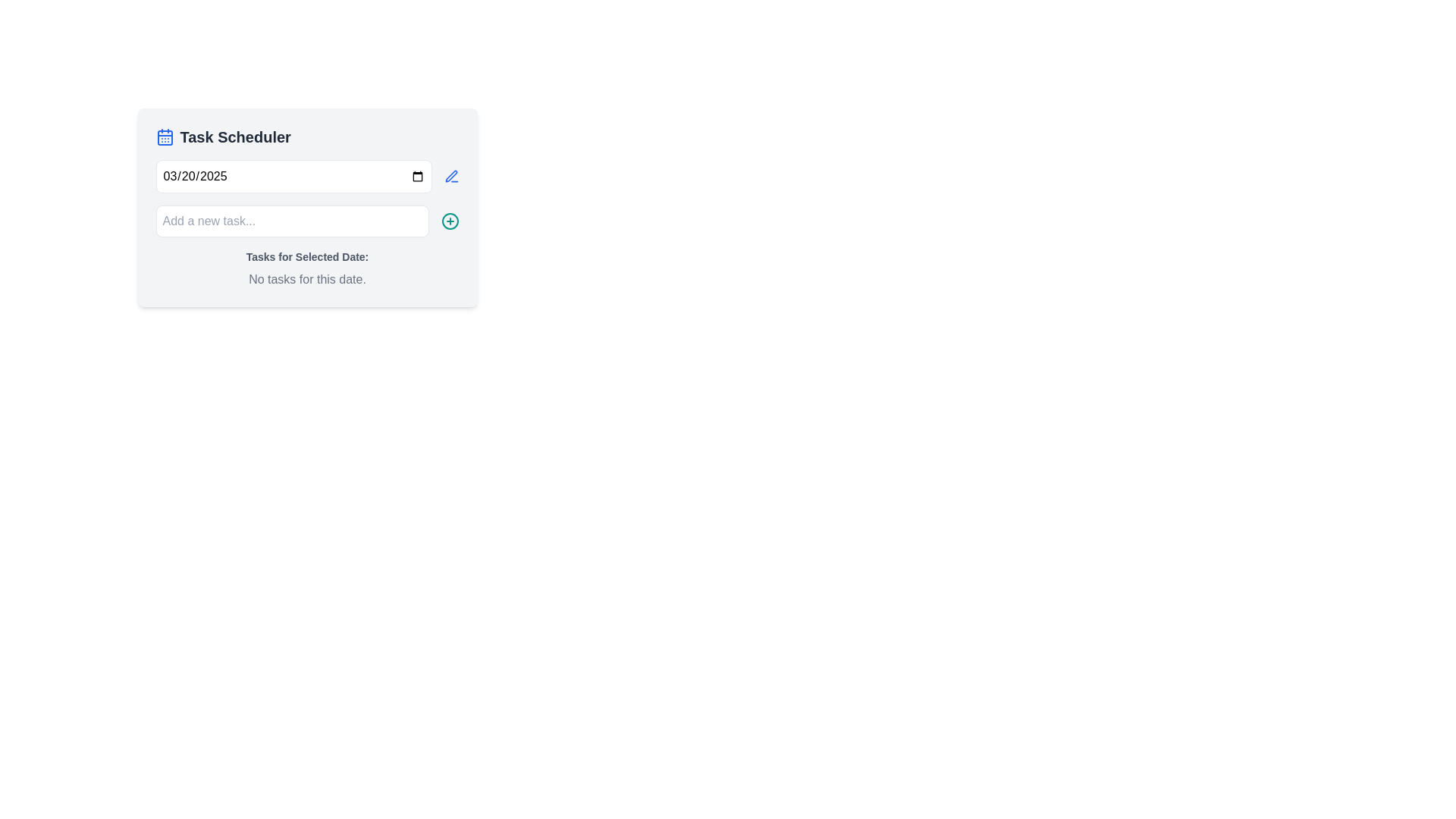 Image resolution: width=1456 pixels, height=819 pixels. What do you see at coordinates (306, 175) in the screenshot?
I see `the date-picker input field displaying the pre-filled date '03/20/2025'` at bounding box center [306, 175].